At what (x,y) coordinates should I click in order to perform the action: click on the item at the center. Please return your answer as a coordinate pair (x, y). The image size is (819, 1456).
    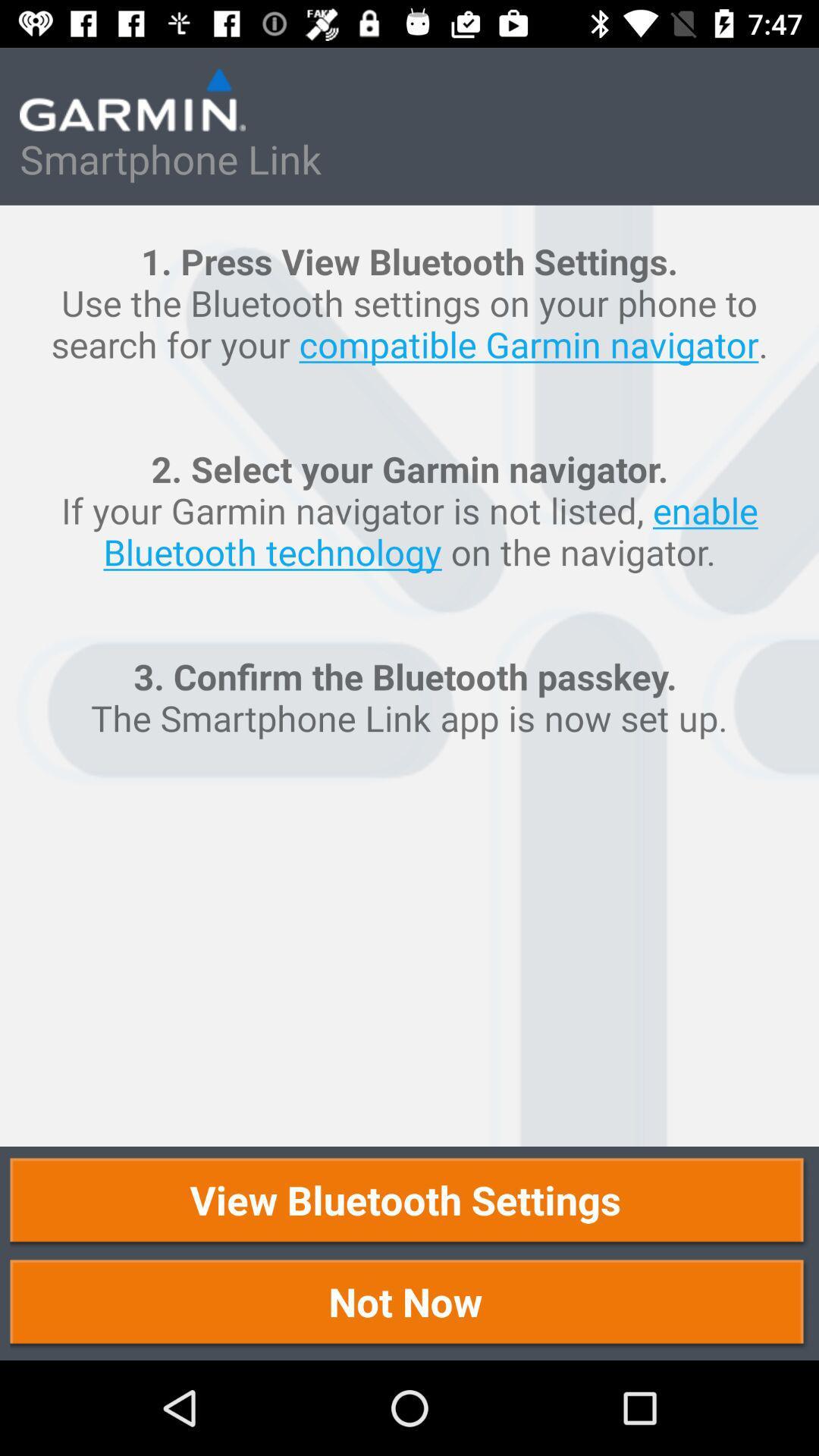
    Looking at the image, I should click on (409, 675).